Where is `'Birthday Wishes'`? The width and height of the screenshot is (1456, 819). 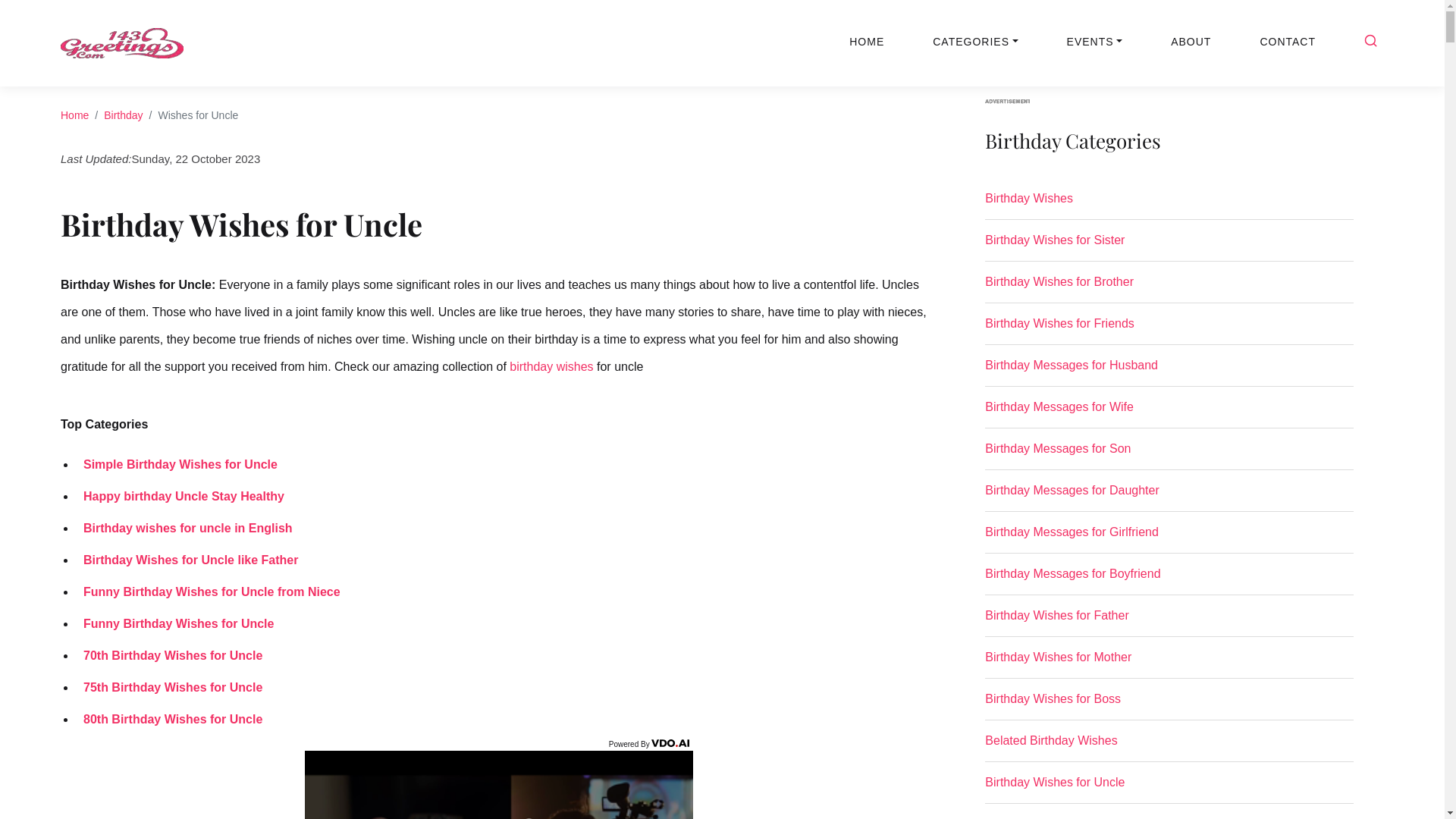 'Birthday Wishes' is located at coordinates (1168, 205).